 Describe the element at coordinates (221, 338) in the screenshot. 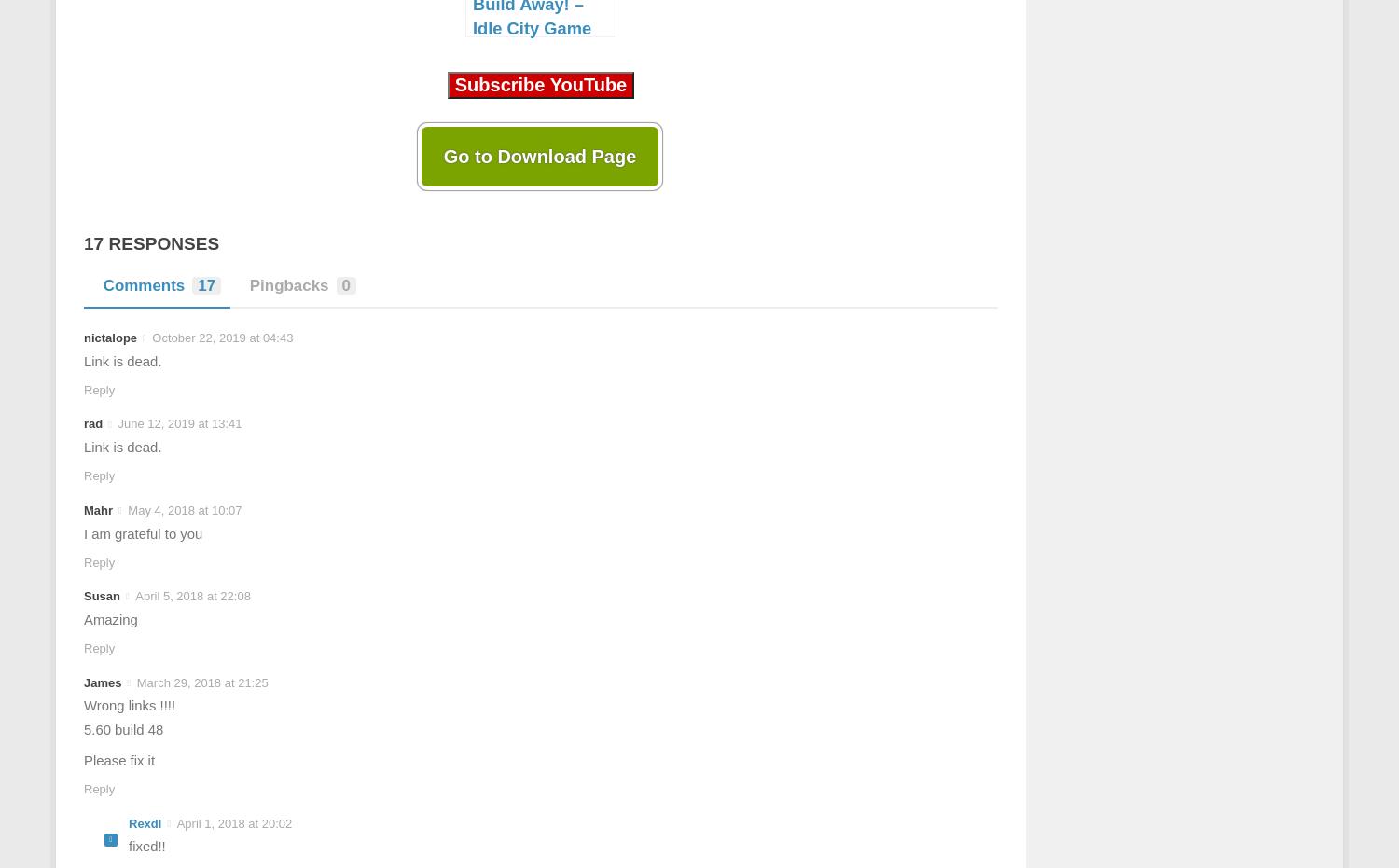

I see `'October 22, 2019 at 04:43'` at that location.